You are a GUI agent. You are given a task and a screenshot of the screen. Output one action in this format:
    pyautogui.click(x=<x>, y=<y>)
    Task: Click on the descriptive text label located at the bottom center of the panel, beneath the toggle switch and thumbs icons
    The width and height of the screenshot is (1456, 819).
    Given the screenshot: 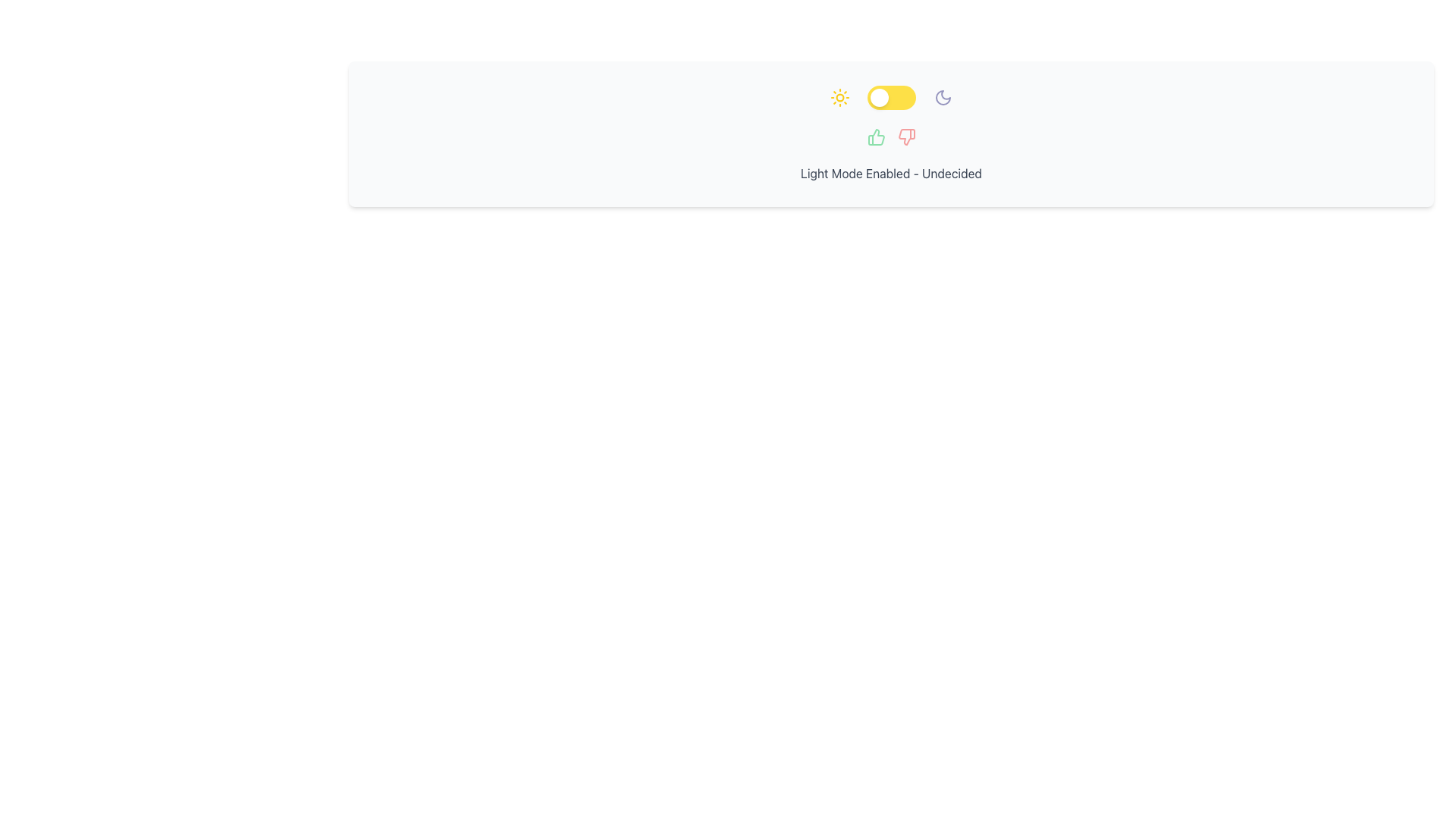 What is the action you would take?
    pyautogui.click(x=891, y=172)
    